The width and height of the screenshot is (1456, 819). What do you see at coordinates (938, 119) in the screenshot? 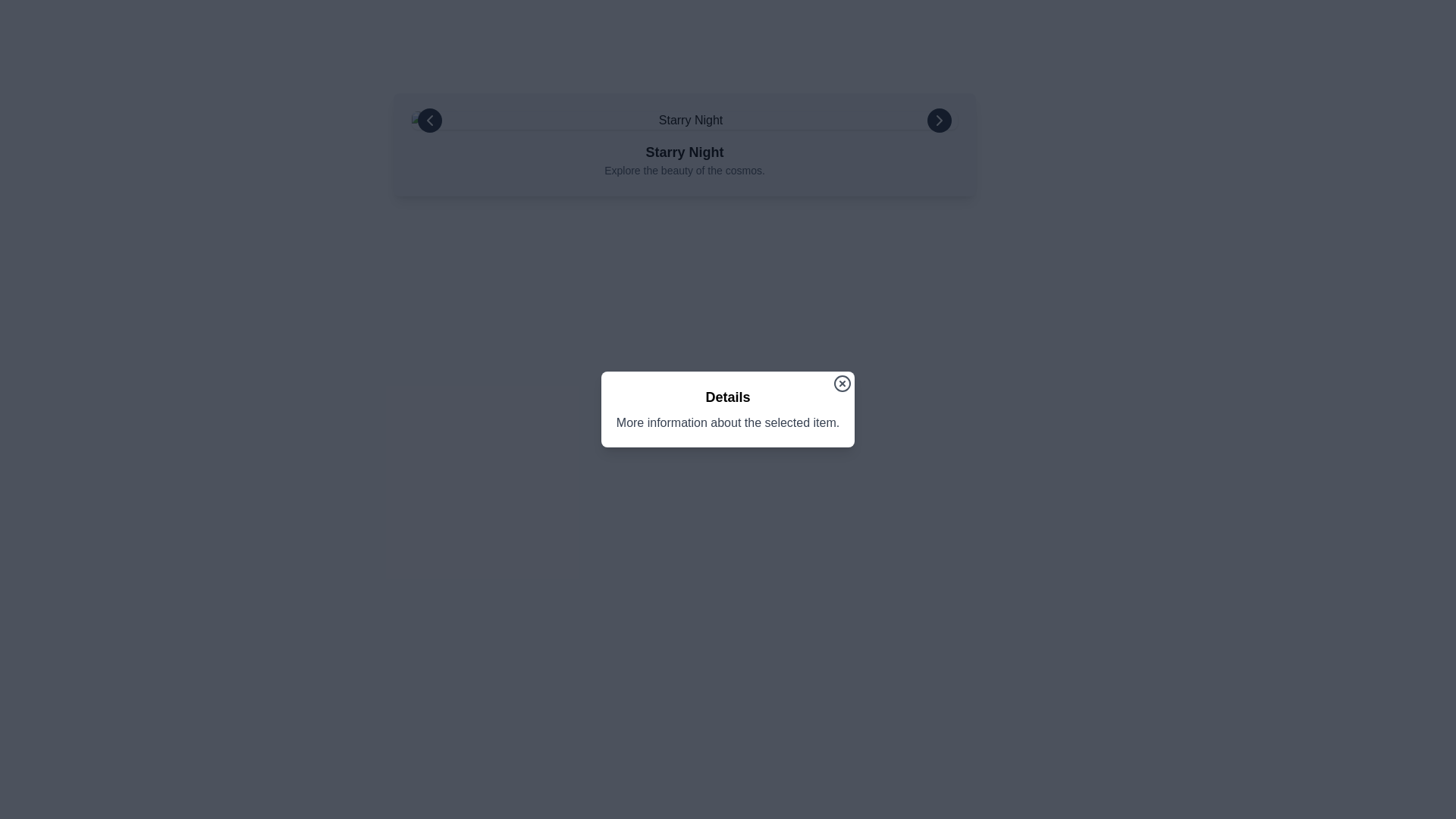
I see `the right-arrow icon in the top-right corner of the 'Starry Night' card, which indicates a forward action` at bounding box center [938, 119].